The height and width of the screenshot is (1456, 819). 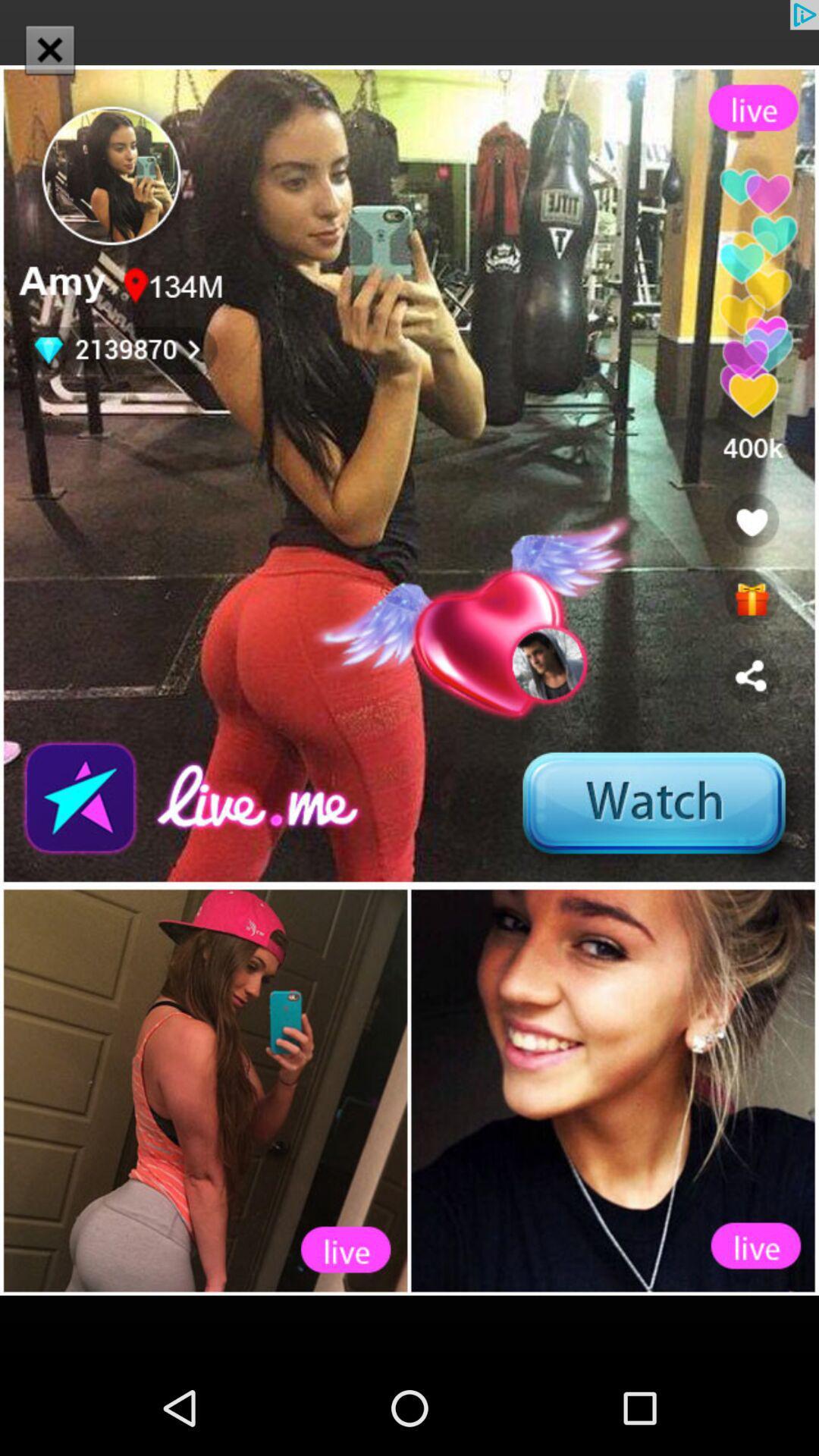 I want to click on the close icon, so click(x=49, y=53).